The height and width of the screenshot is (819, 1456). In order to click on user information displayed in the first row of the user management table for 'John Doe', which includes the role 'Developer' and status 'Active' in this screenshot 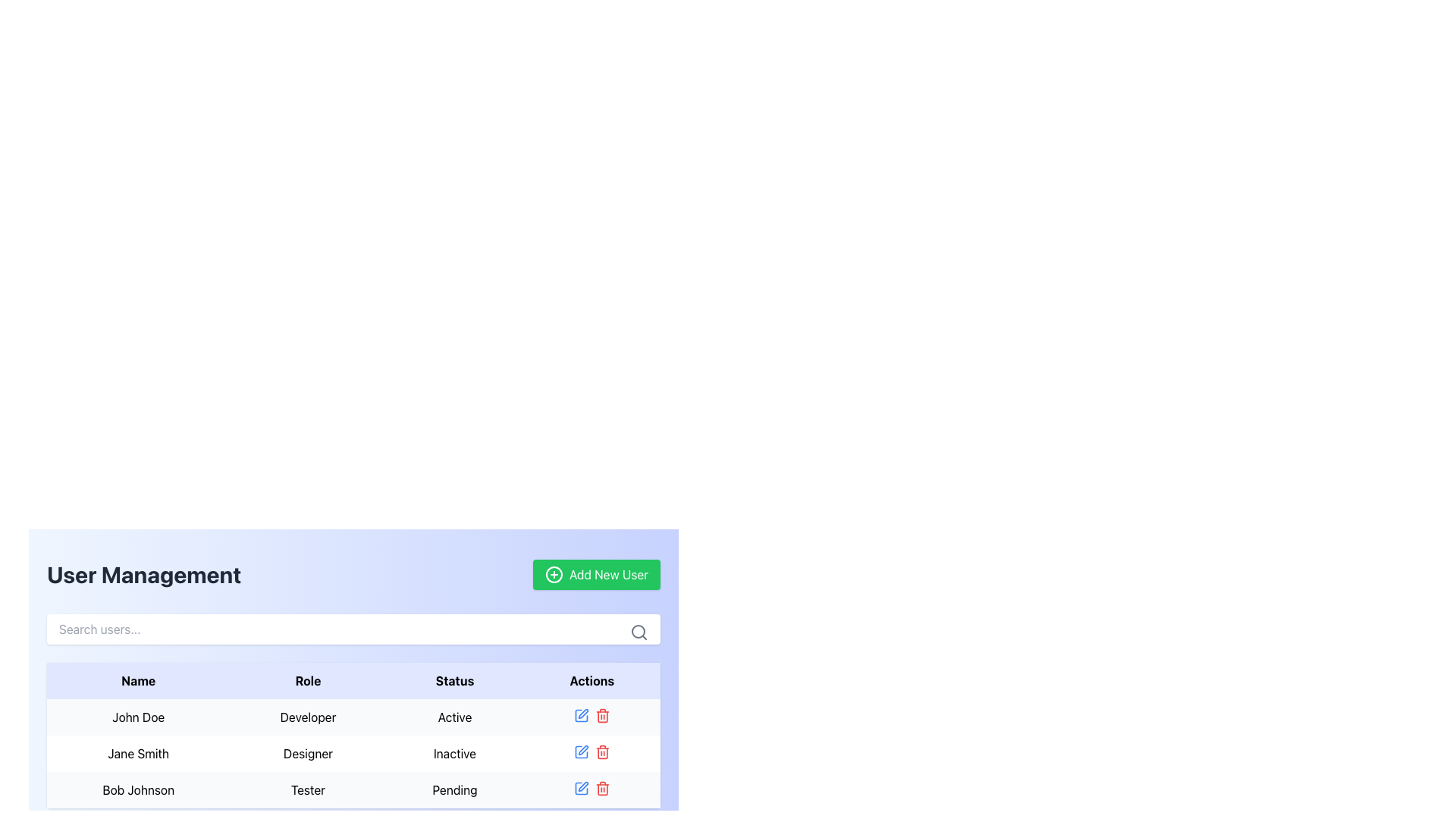, I will do `click(353, 717)`.